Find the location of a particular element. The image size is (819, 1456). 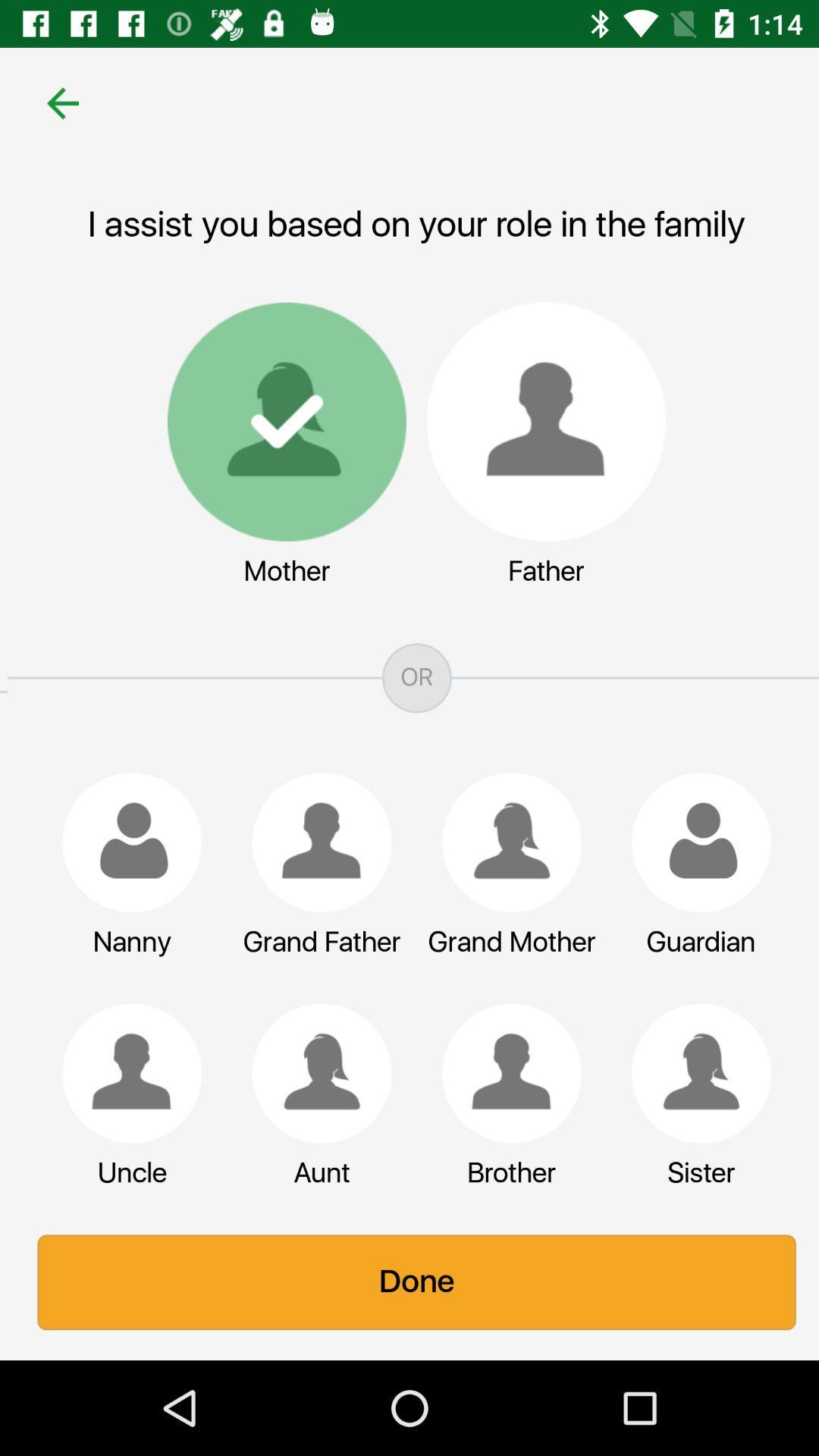

save mother contact is located at coordinates (280, 422).